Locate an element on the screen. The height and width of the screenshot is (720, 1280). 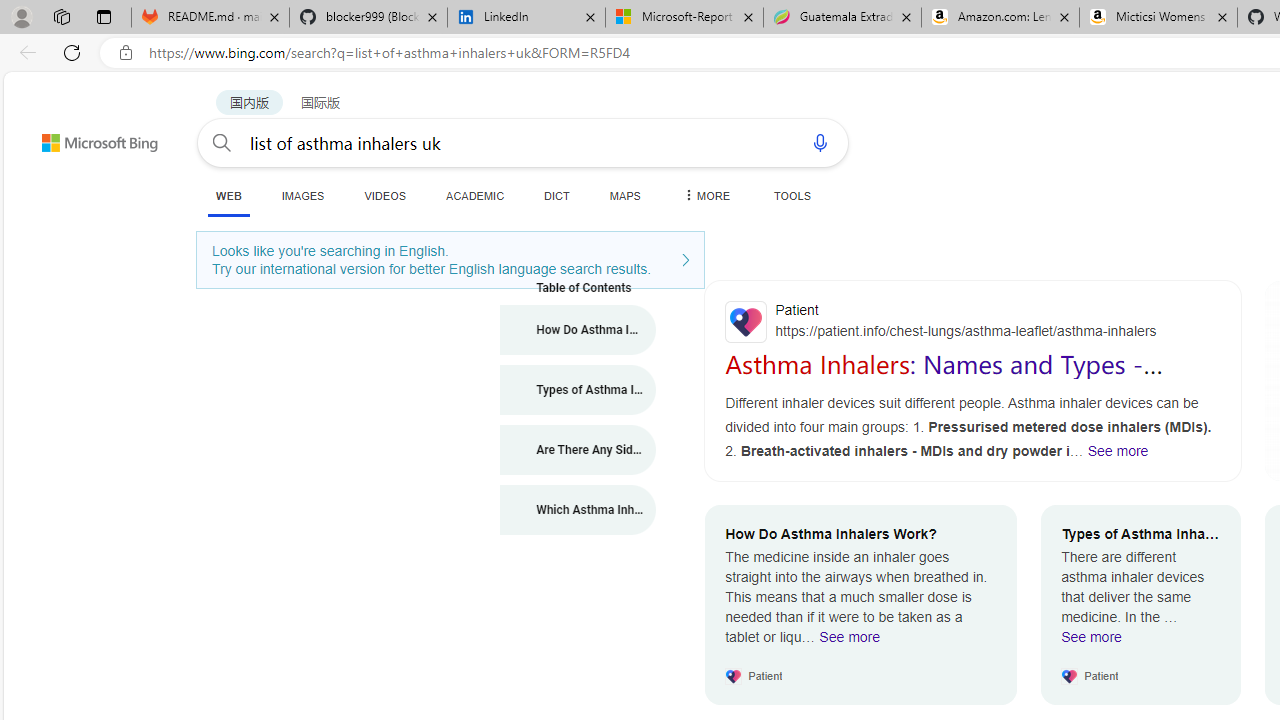
'VIDEOS' is located at coordinates (385, 195).